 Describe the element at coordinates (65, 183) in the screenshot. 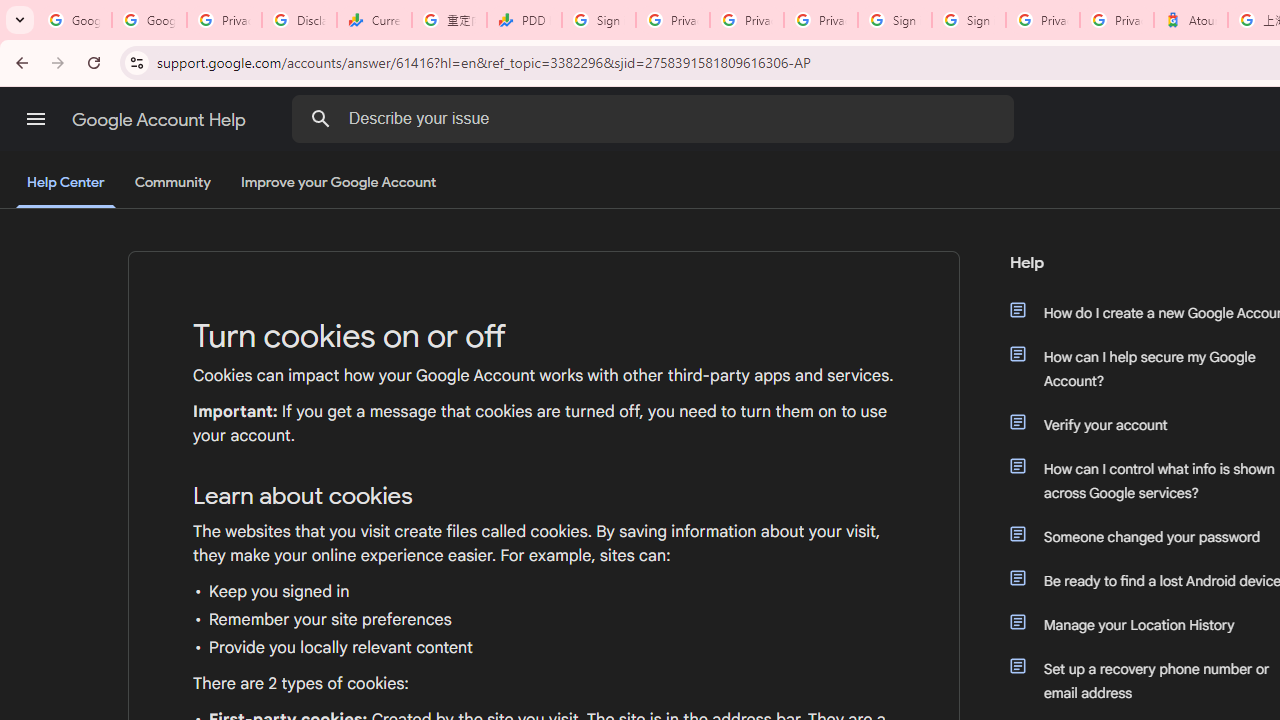

I see `'Help Center'` at that location.